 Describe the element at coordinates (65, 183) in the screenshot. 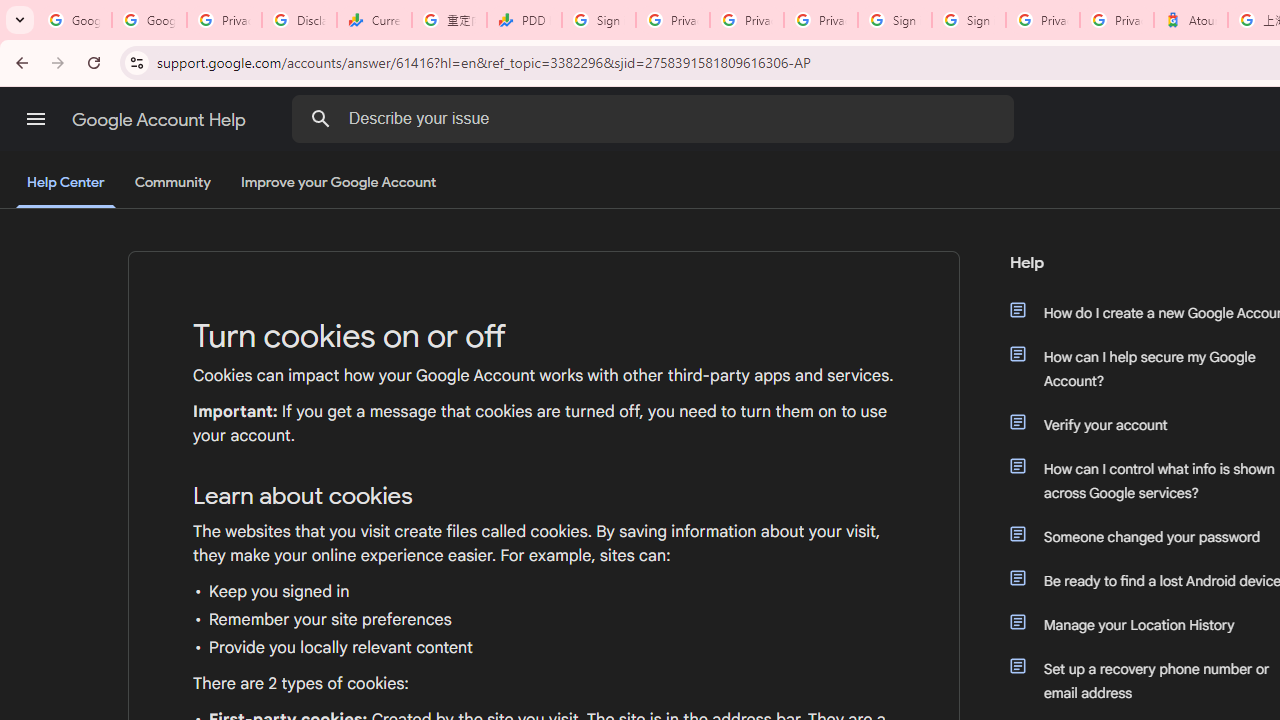

I see `'Help Center'` at that location.